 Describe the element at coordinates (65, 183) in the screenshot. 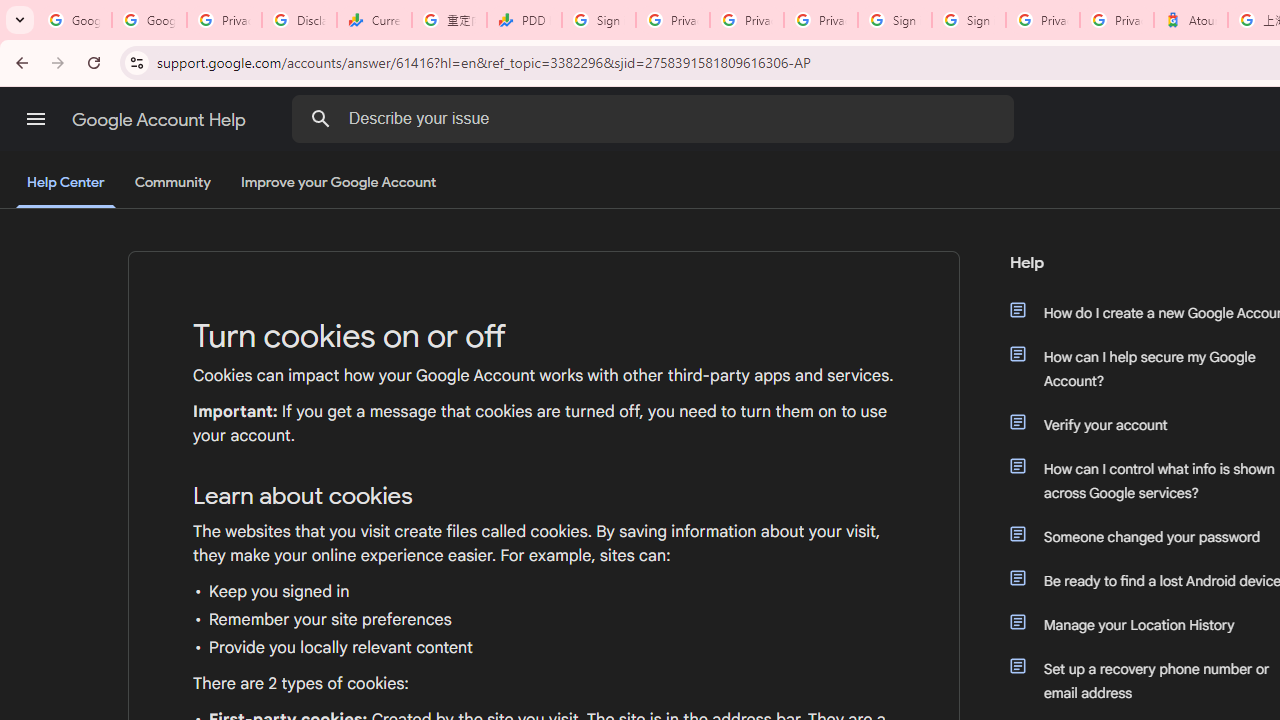

I see `'Help Center'` at that location.